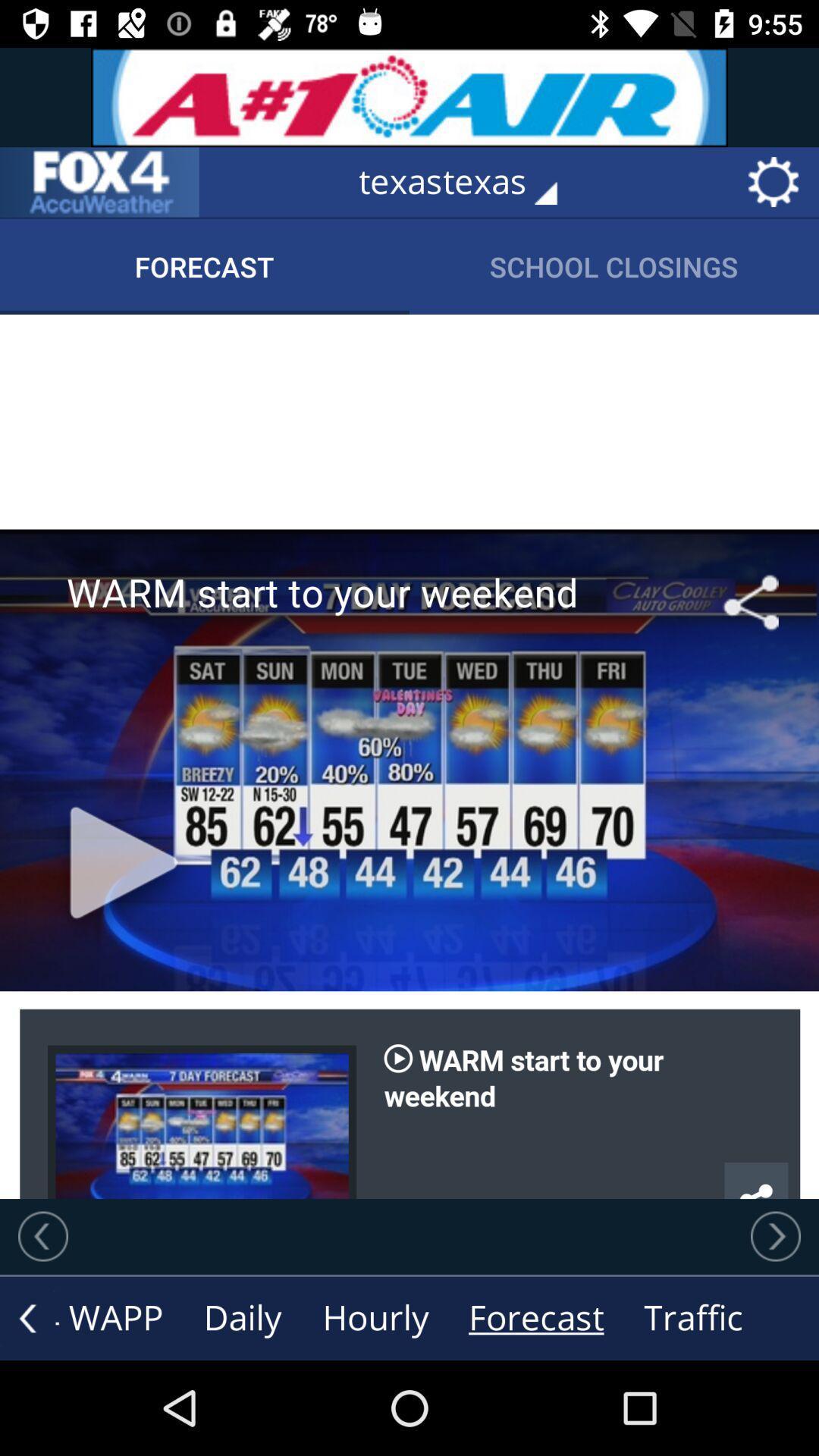 The image size is (819, 1456). What do you see at coordinates (27, 1317) in the screenshot?
I see `the arrow_backward icon` at bounding box center [27, 1317].